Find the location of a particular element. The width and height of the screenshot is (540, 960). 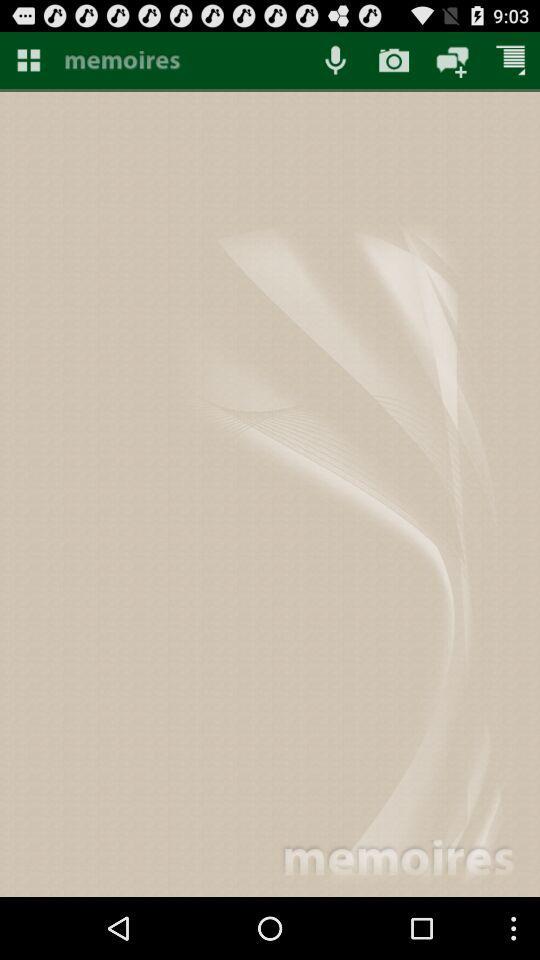

send new message is located at coordinates (452, 59).